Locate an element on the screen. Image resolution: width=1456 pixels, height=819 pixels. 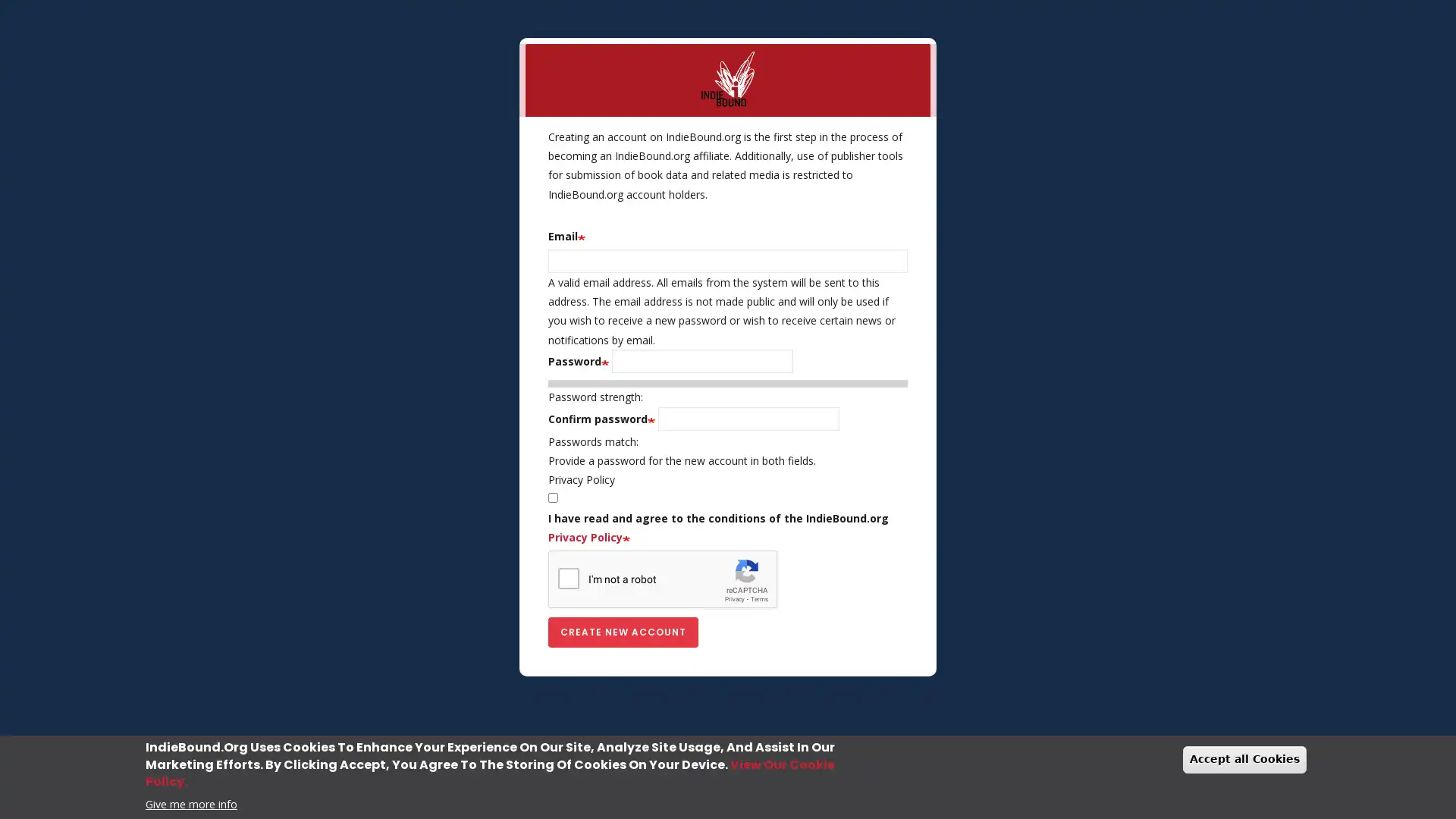
Subscribe is located at coordinates (728, 522).